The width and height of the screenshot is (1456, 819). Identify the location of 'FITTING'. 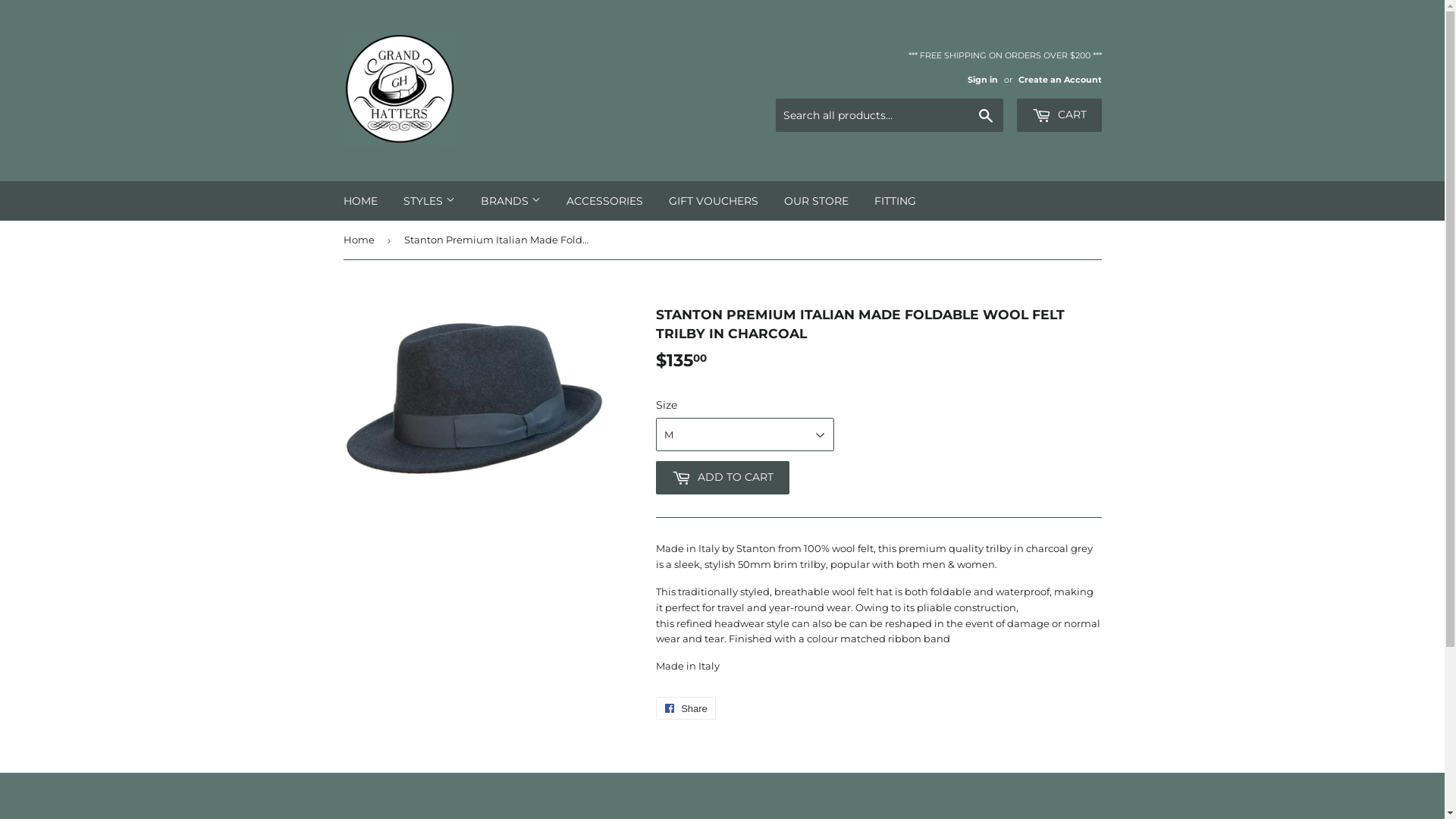
(895, 200).